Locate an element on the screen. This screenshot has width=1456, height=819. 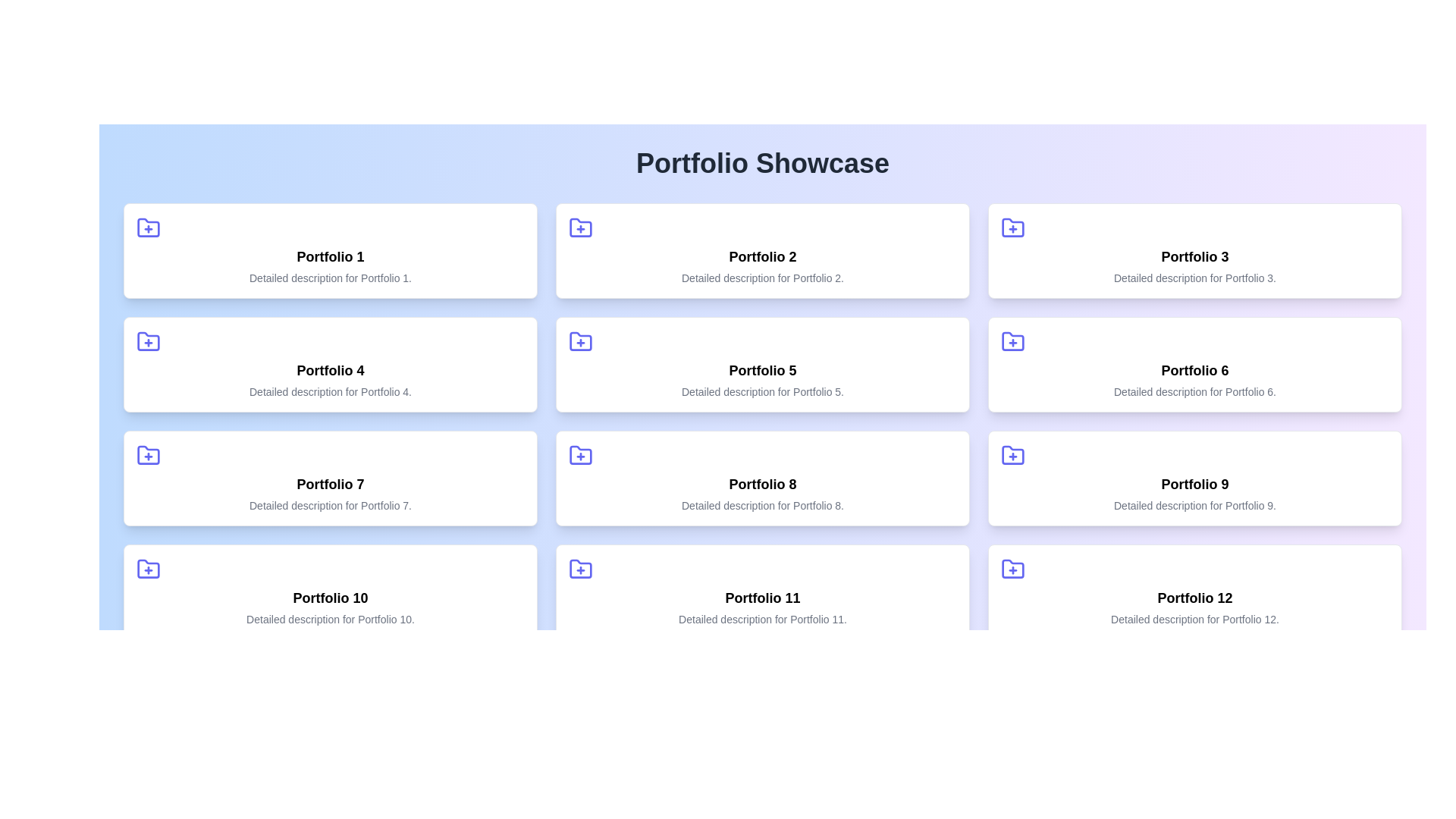
the icon in the third row, second column of the grid layout is located at coordinates (1012, 454).